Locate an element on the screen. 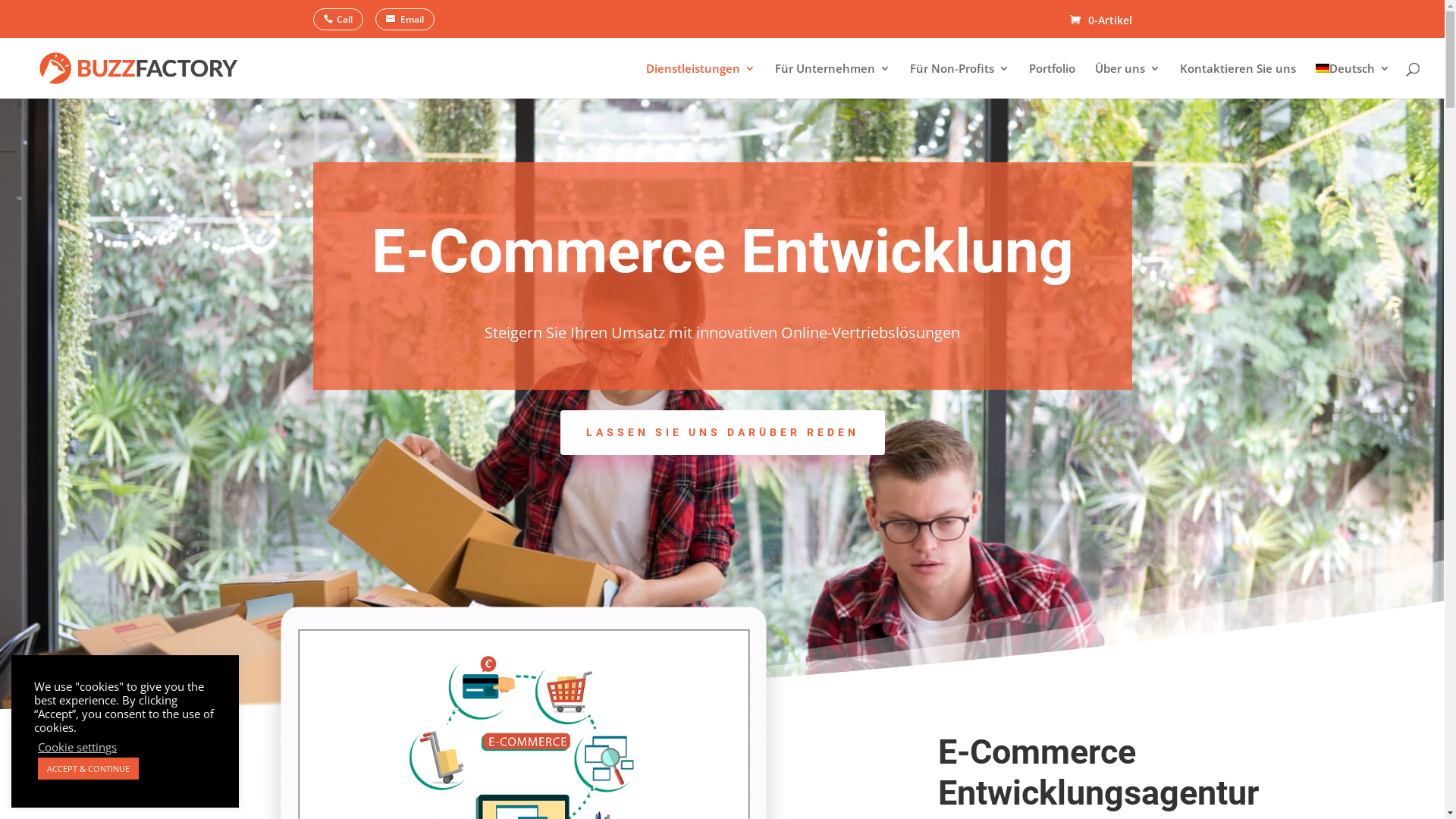 The image size is (1456, 819). '0-Artikel' is located at coordinates (1100, 20).